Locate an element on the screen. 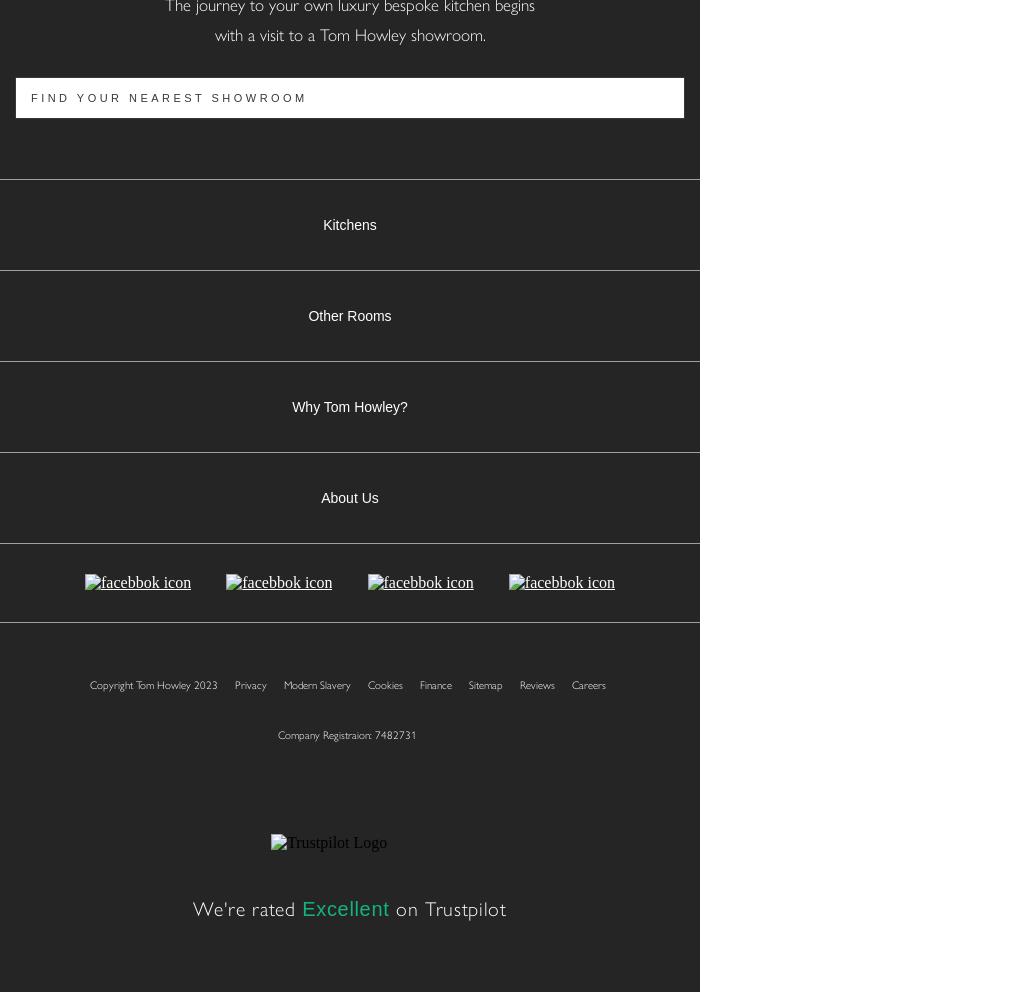 The width and height of the screenshot is (1024, 992). 'Sitemap' is located at coordinates (483, 683).